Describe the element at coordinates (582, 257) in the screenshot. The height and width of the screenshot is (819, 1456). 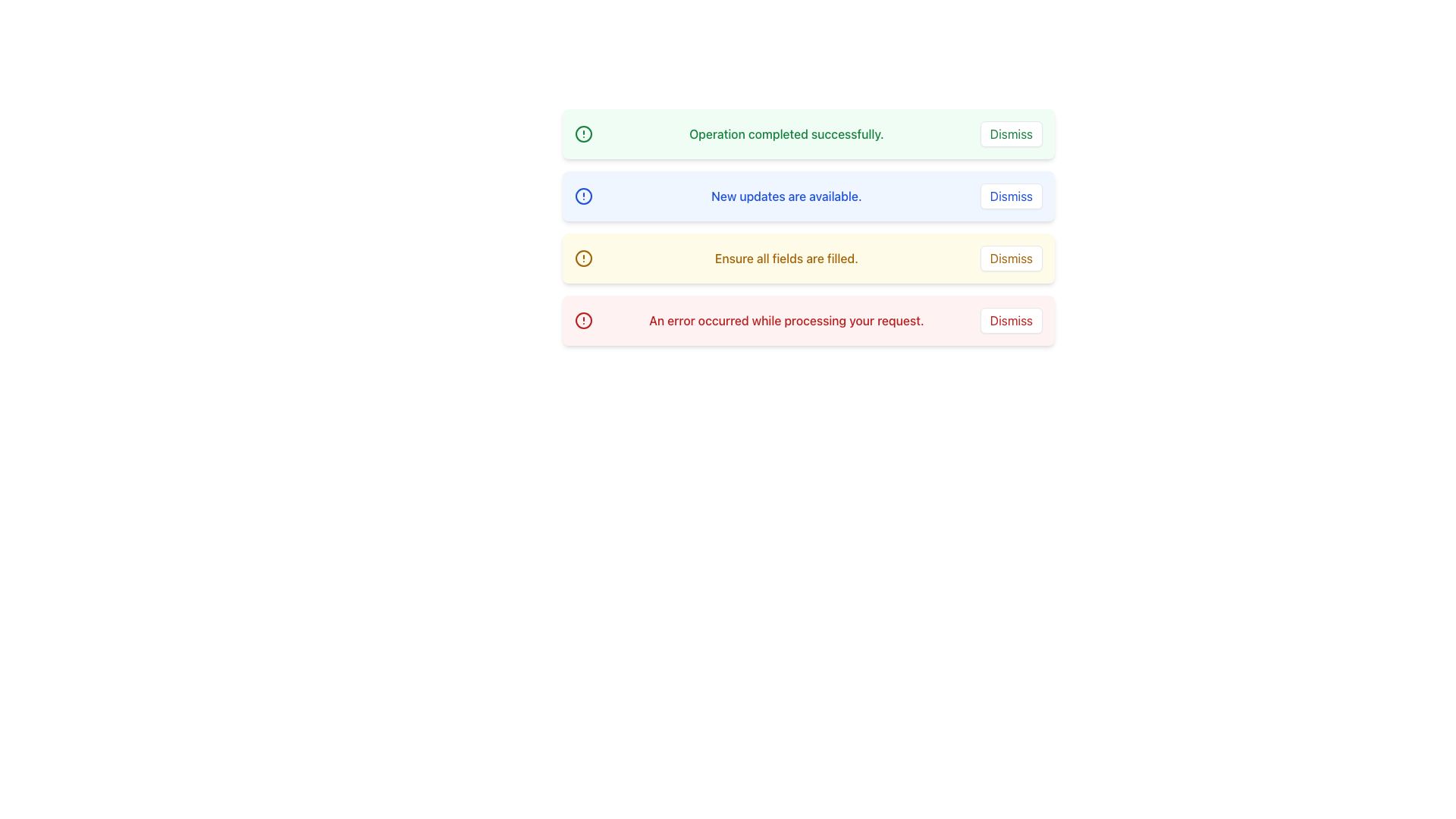
I see `the alert icon located on the left side of the third notification bar, next to the text 'Ensure all fields are filled.' and the 'Dismiss' button` at that location.